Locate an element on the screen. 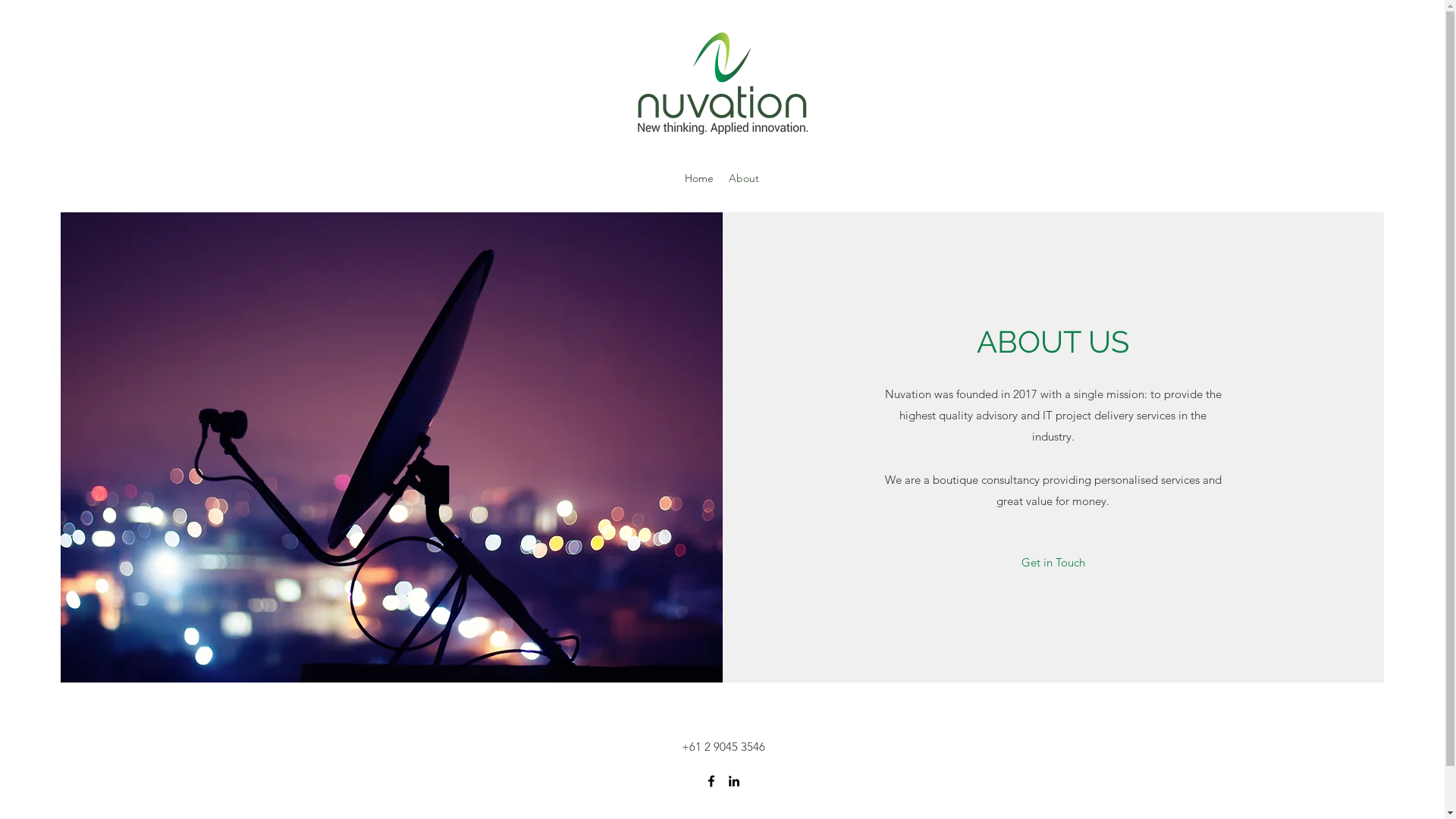 The width and height of the screenshot is (1456, 819). 'About' is located at coordinates (743, 177).